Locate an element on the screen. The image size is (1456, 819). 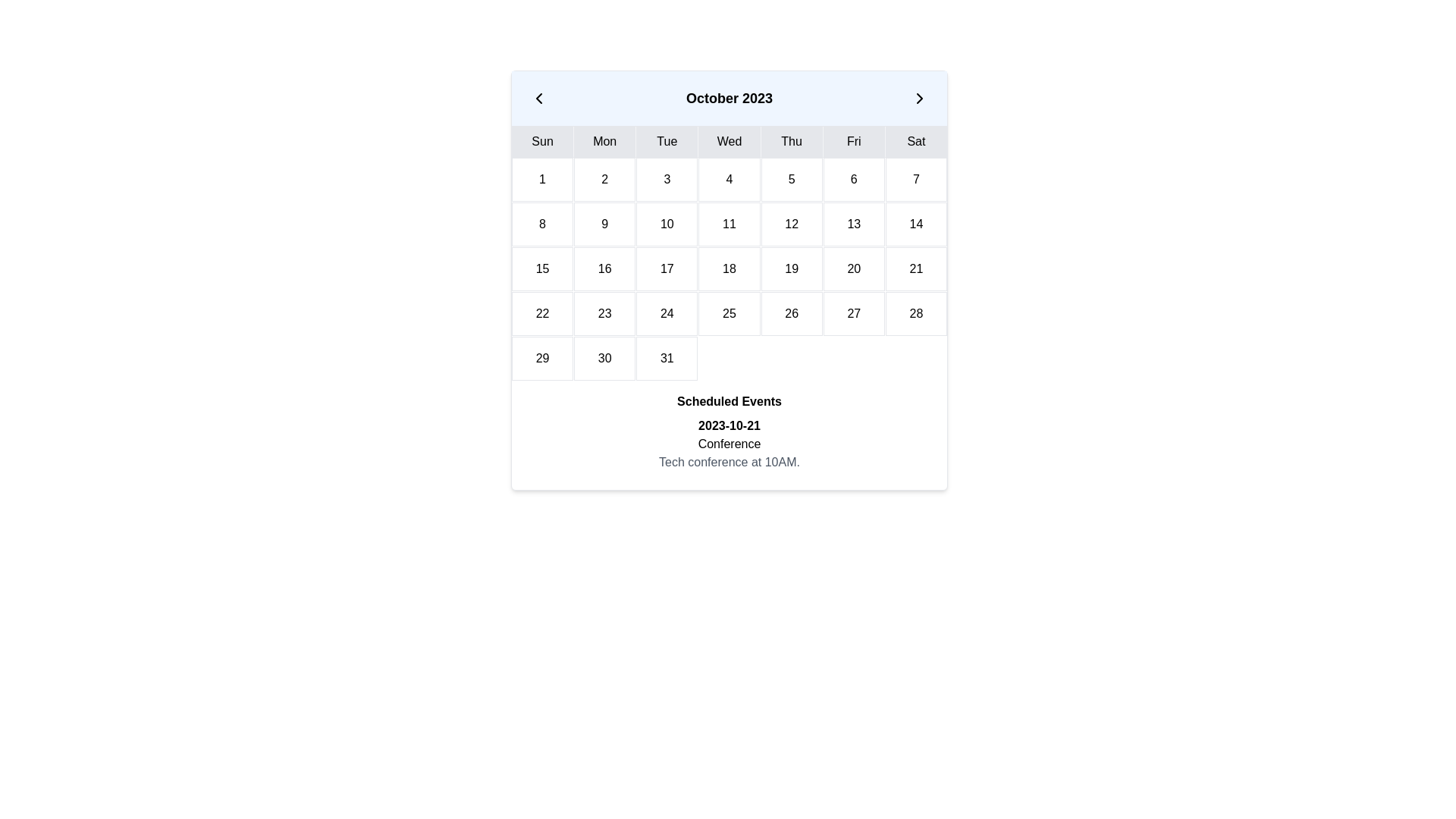
the forward navigation icon (chevron or arrow) located in the top-right corner of the interface is located at coordinates (919, 99).